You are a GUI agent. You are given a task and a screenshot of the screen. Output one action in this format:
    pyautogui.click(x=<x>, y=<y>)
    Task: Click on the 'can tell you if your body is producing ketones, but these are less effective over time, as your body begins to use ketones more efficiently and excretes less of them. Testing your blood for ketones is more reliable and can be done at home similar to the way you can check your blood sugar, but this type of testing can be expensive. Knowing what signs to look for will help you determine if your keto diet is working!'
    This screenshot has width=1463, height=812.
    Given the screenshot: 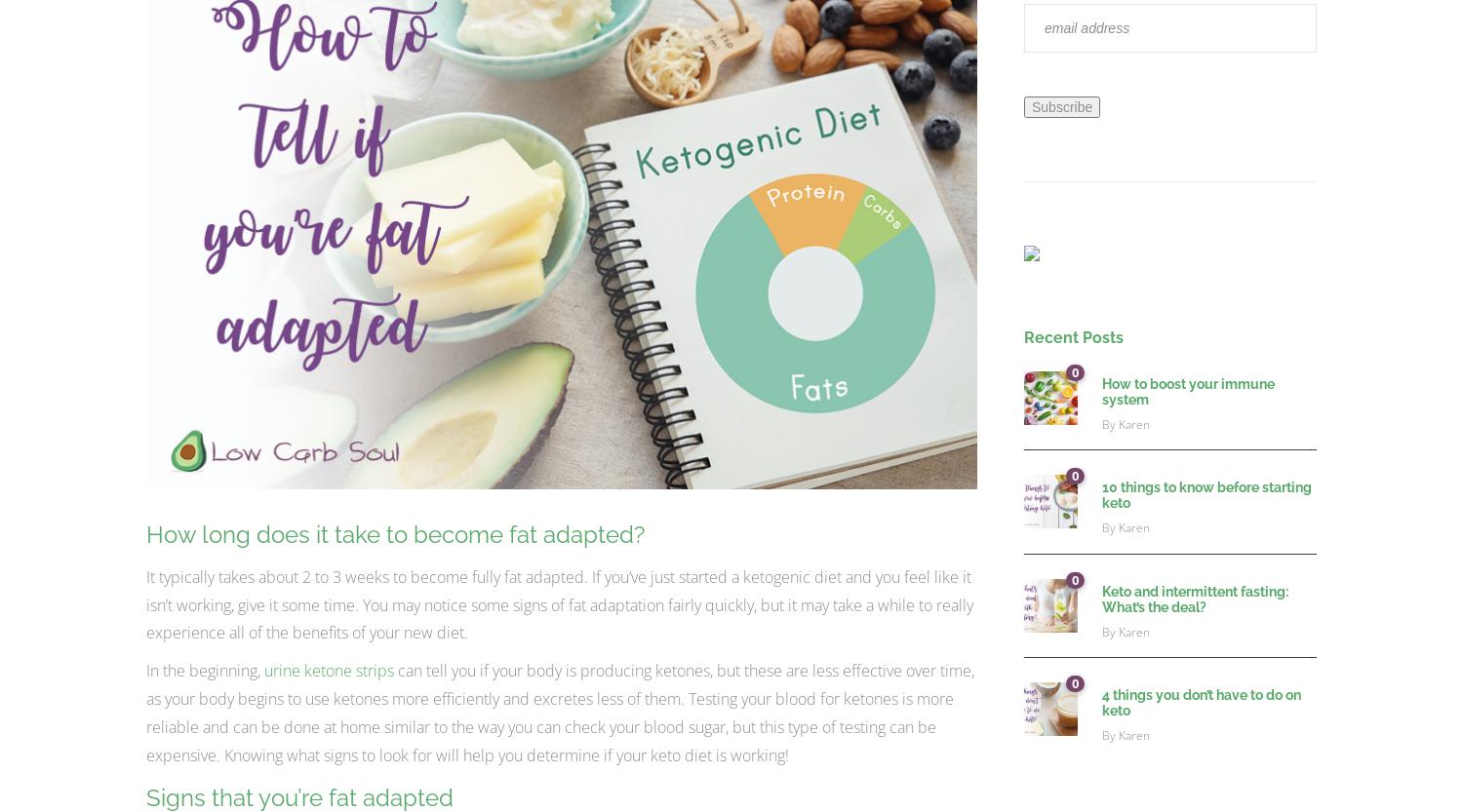 What is the action you would take?
    pyautogui.click(x=559, y=713)
    